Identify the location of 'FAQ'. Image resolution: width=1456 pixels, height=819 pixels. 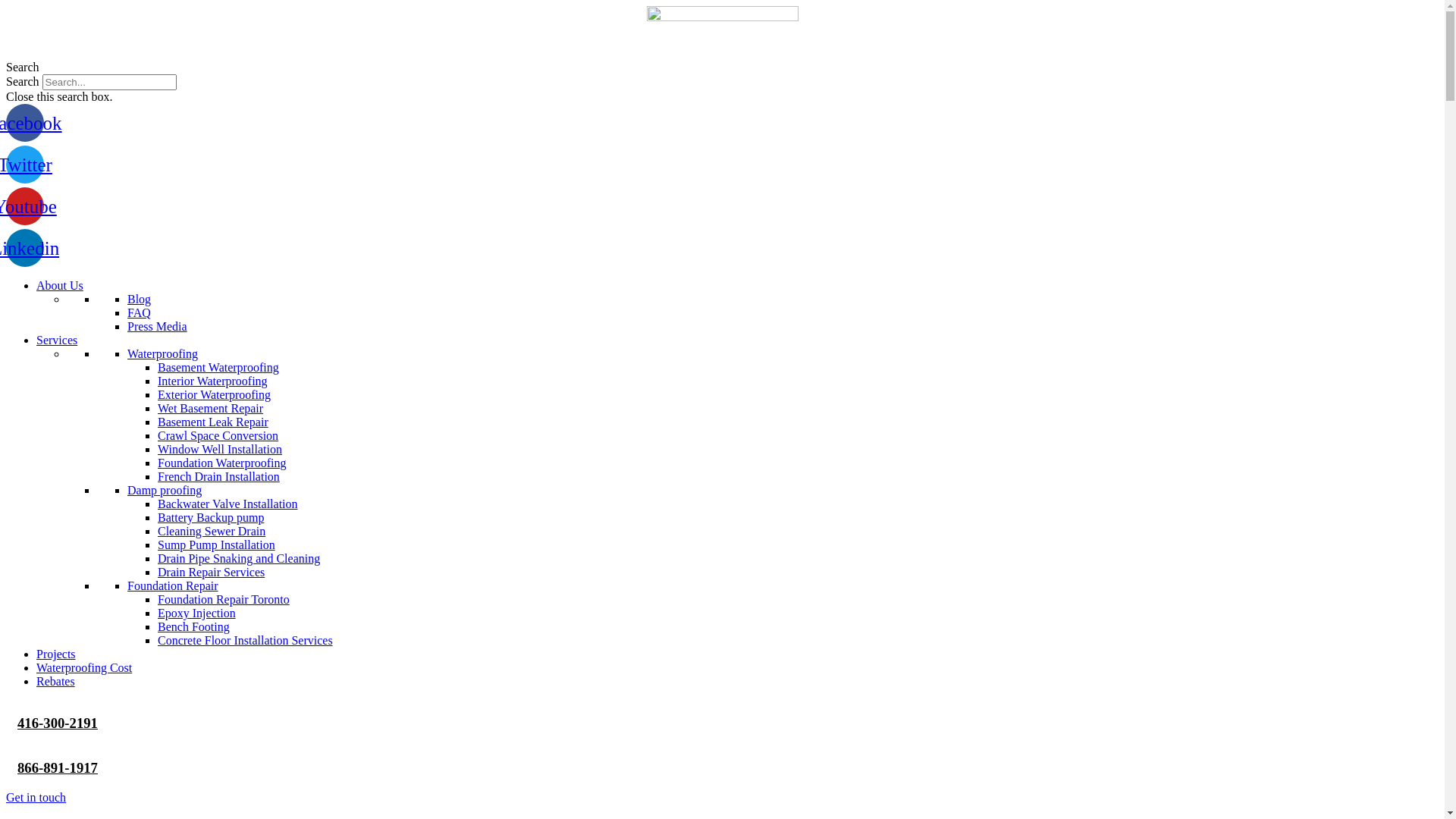
(139, 312).